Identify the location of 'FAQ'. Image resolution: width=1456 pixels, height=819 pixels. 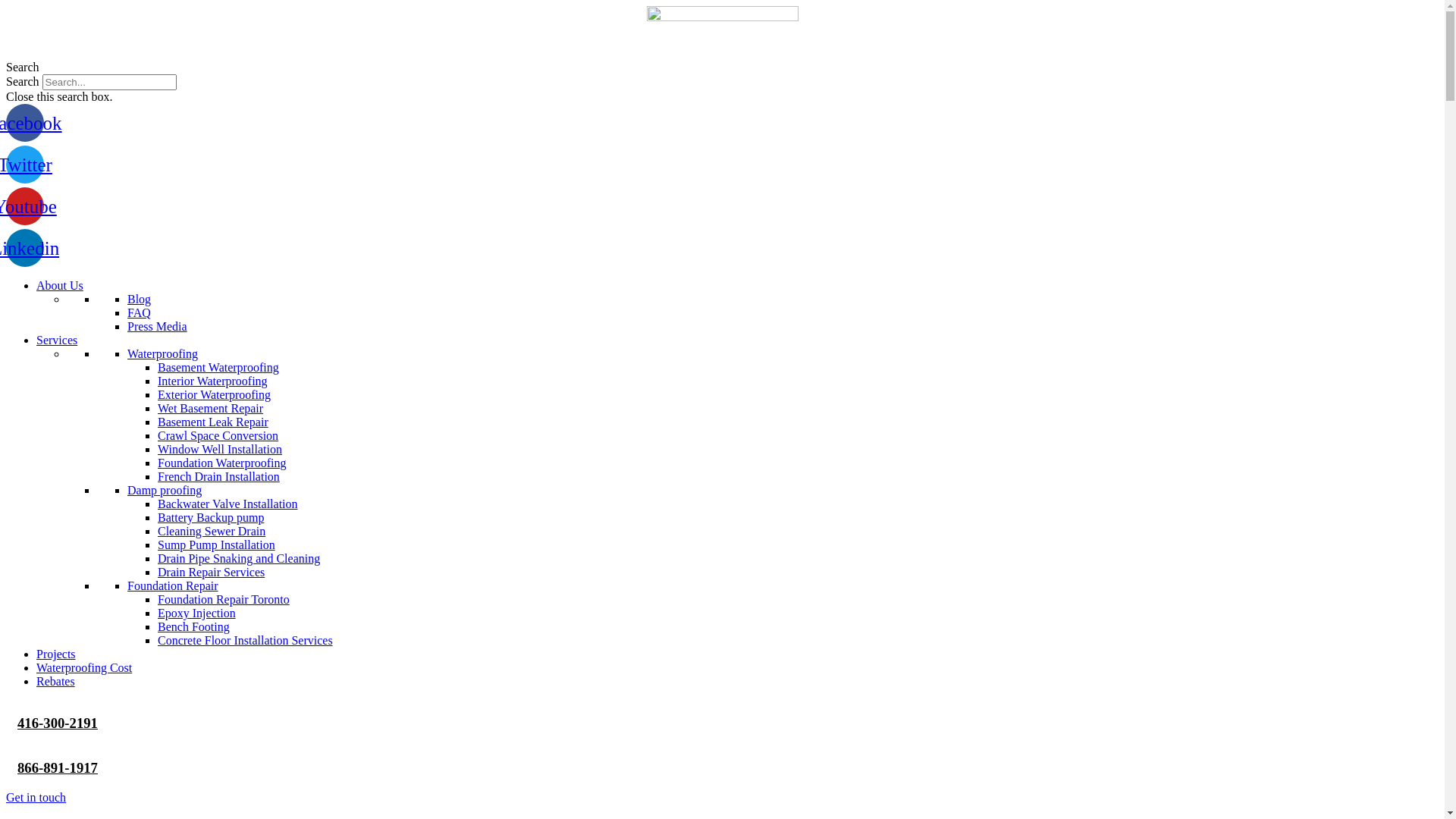
(139, 312).